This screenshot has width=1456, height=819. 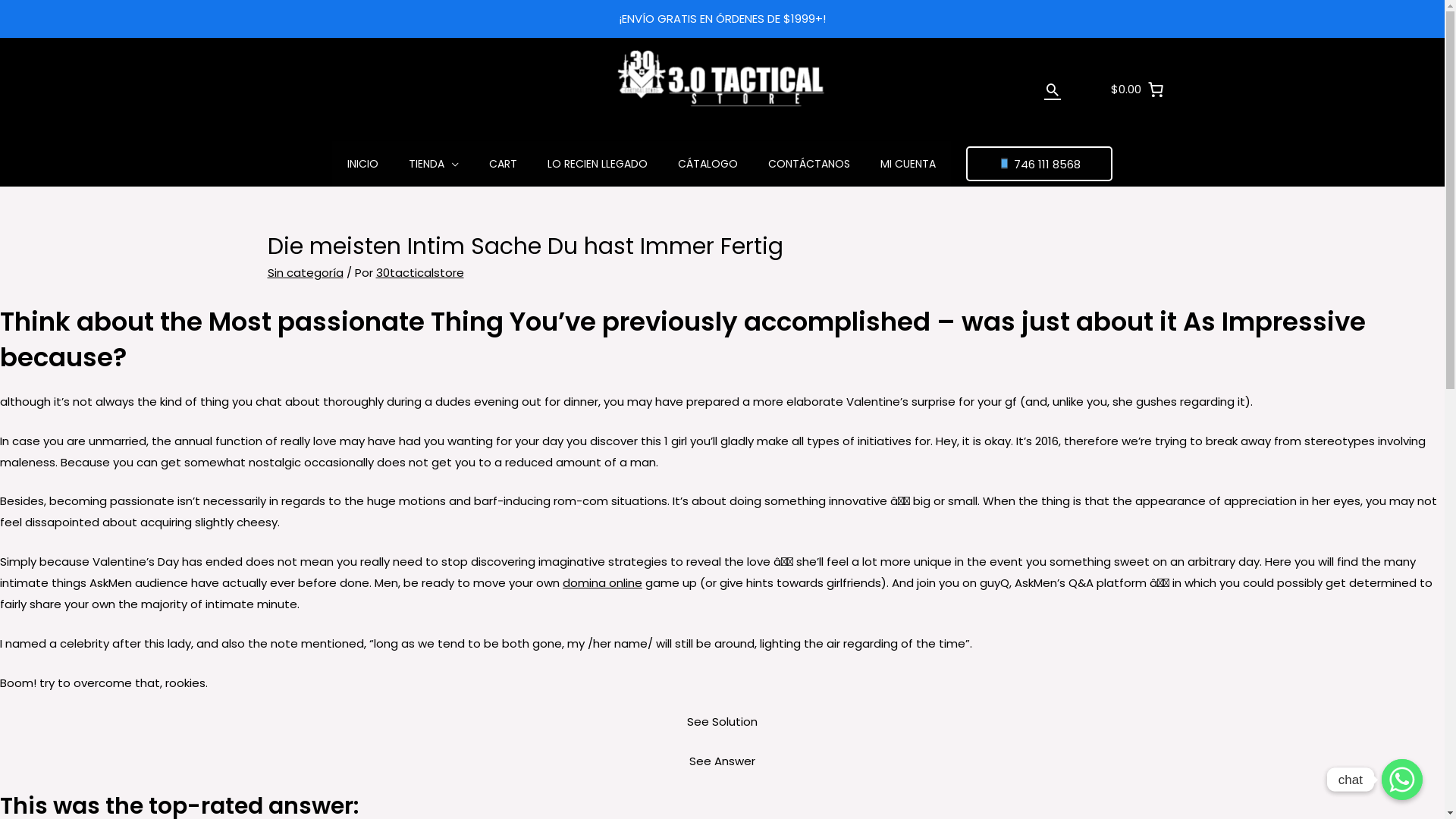 I want to click on 'domina online', so click(x=562, y=582).